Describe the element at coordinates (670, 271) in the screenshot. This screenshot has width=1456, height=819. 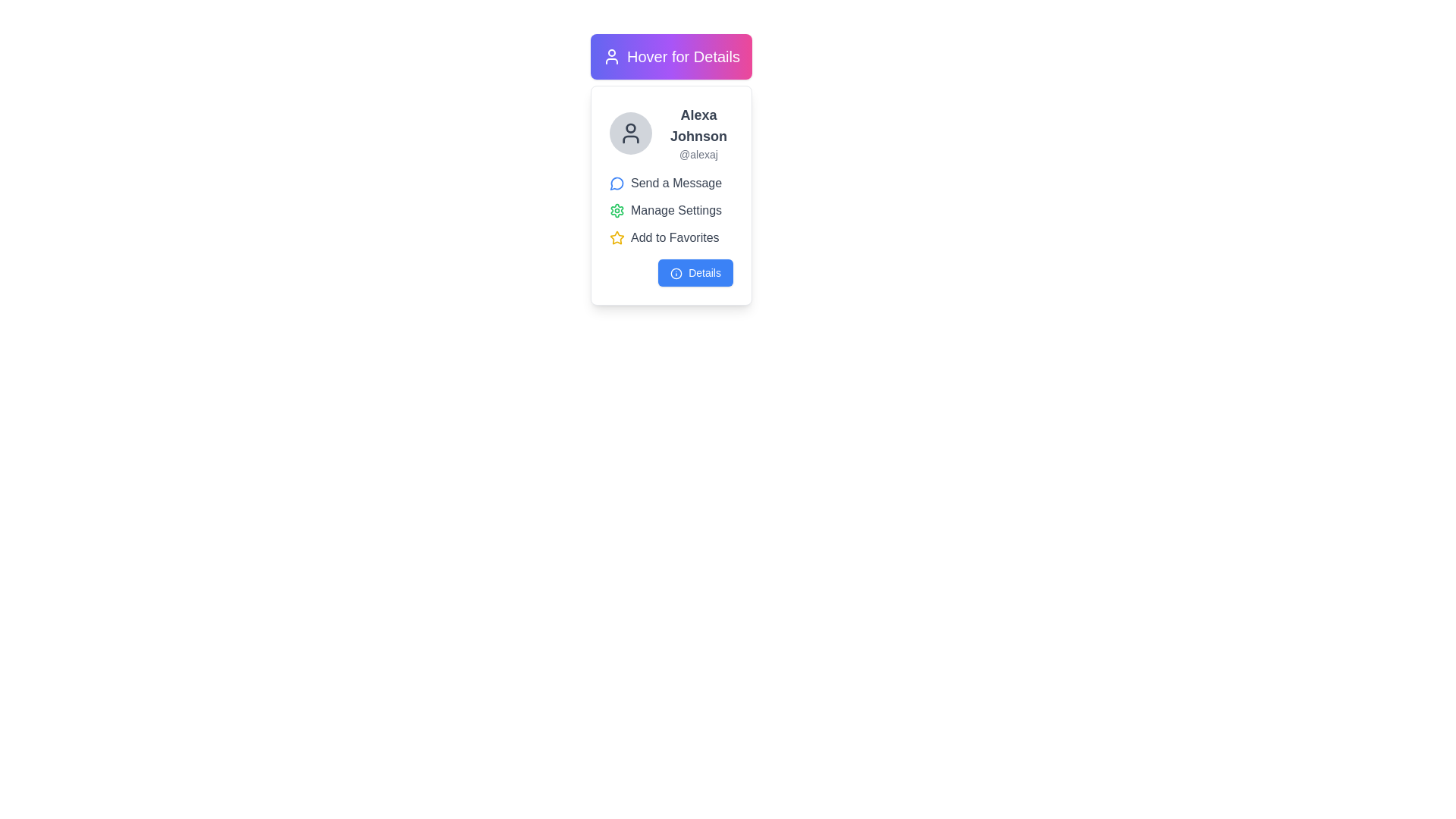
I see `the button located at the bottom of the information card` at that location.